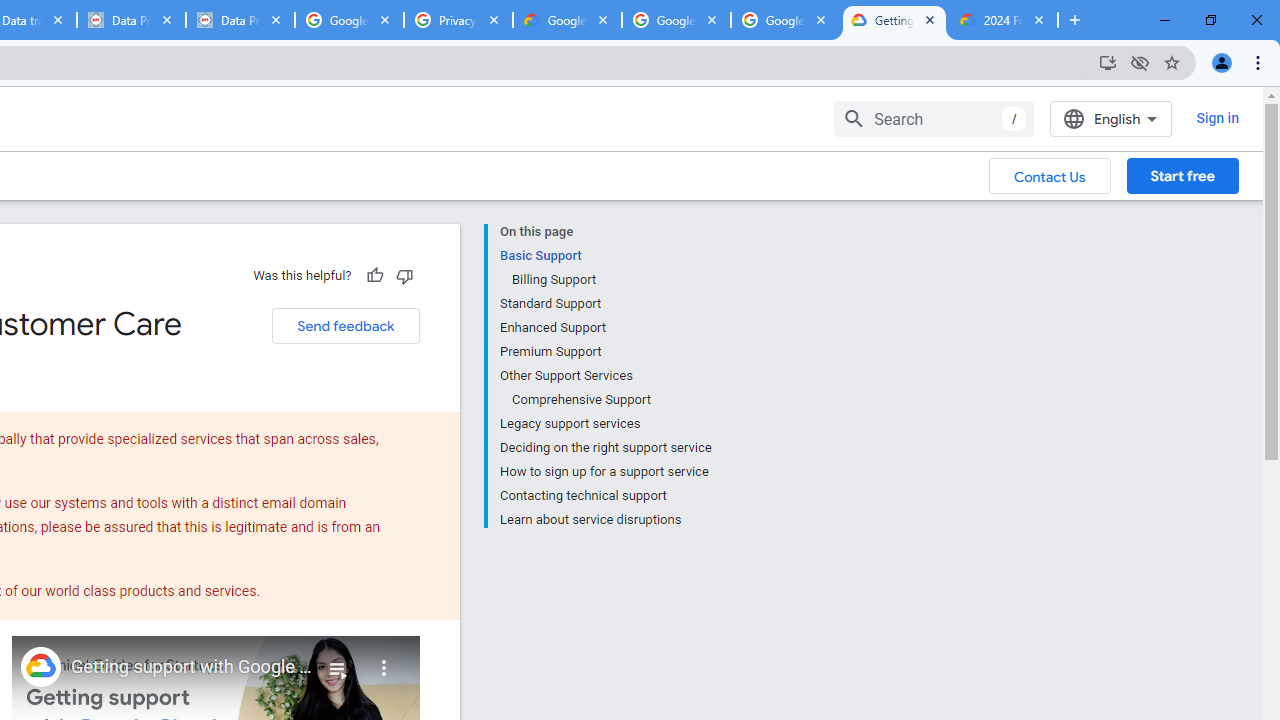 The image size is (1280, 720). I want to click on 'Playlist', so click(337, 660).